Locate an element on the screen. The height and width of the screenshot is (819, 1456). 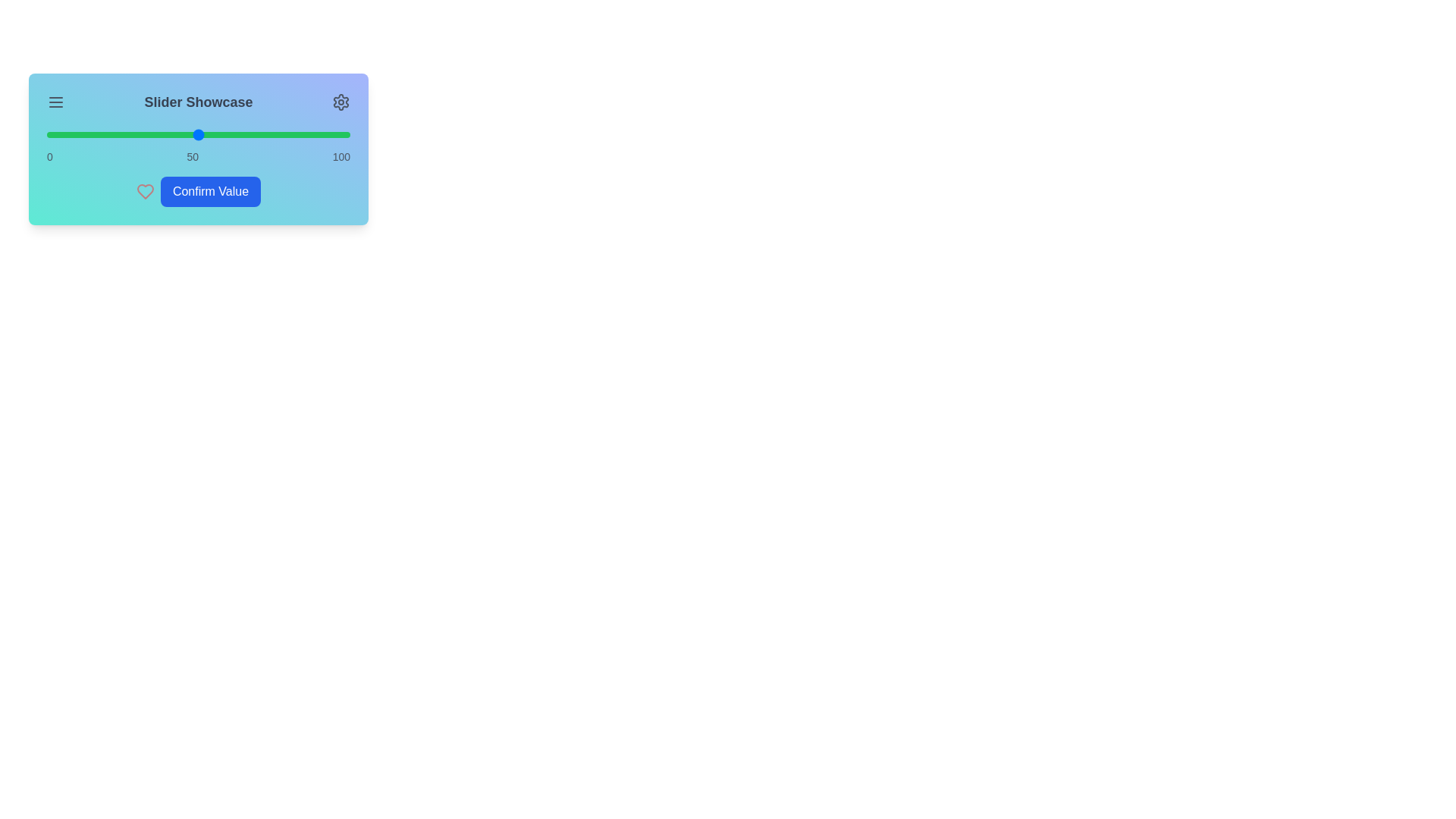
the slider to 60% is located at coordinates (228, 133).